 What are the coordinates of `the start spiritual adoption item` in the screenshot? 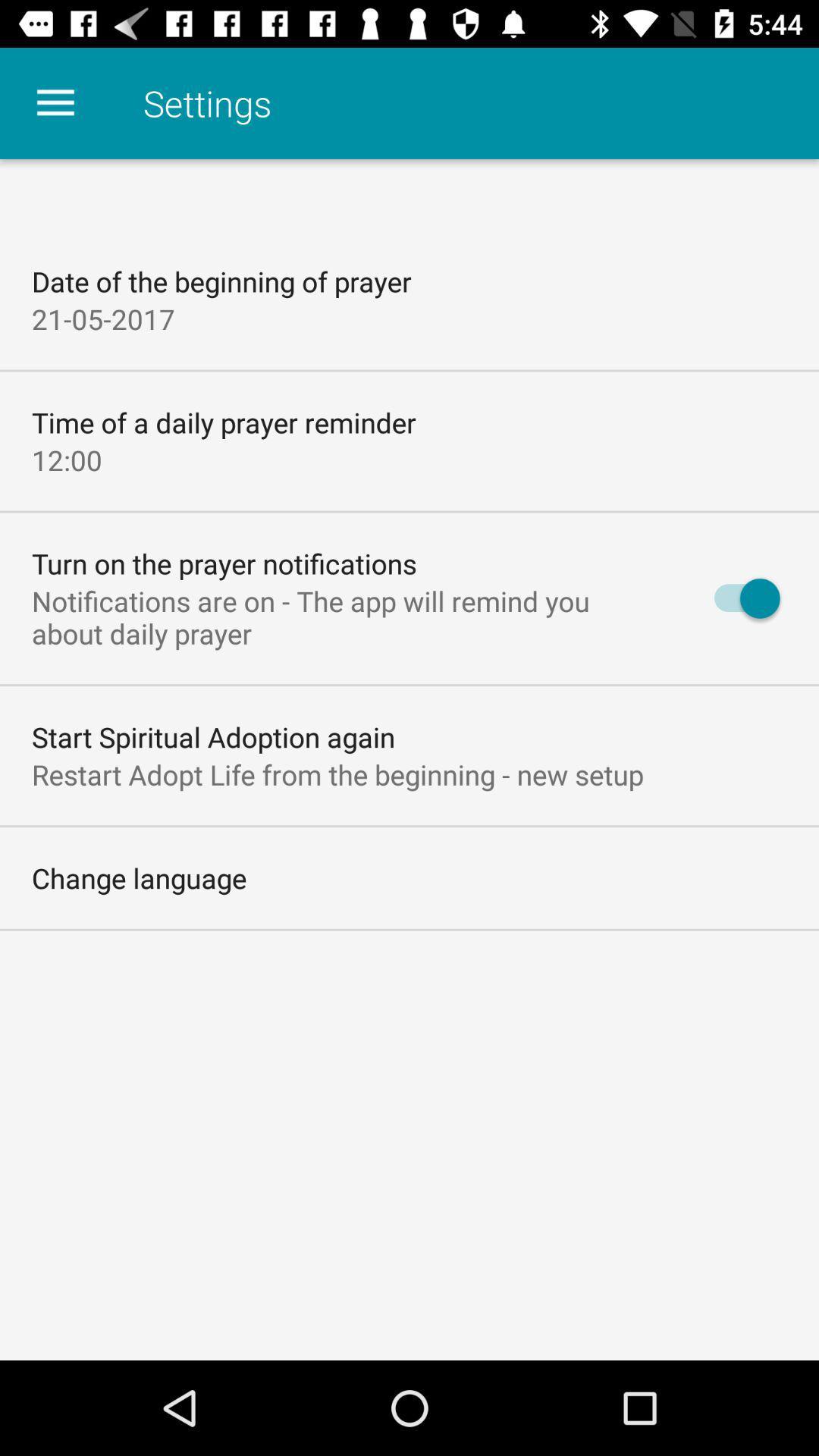 It's located at (213, 736).